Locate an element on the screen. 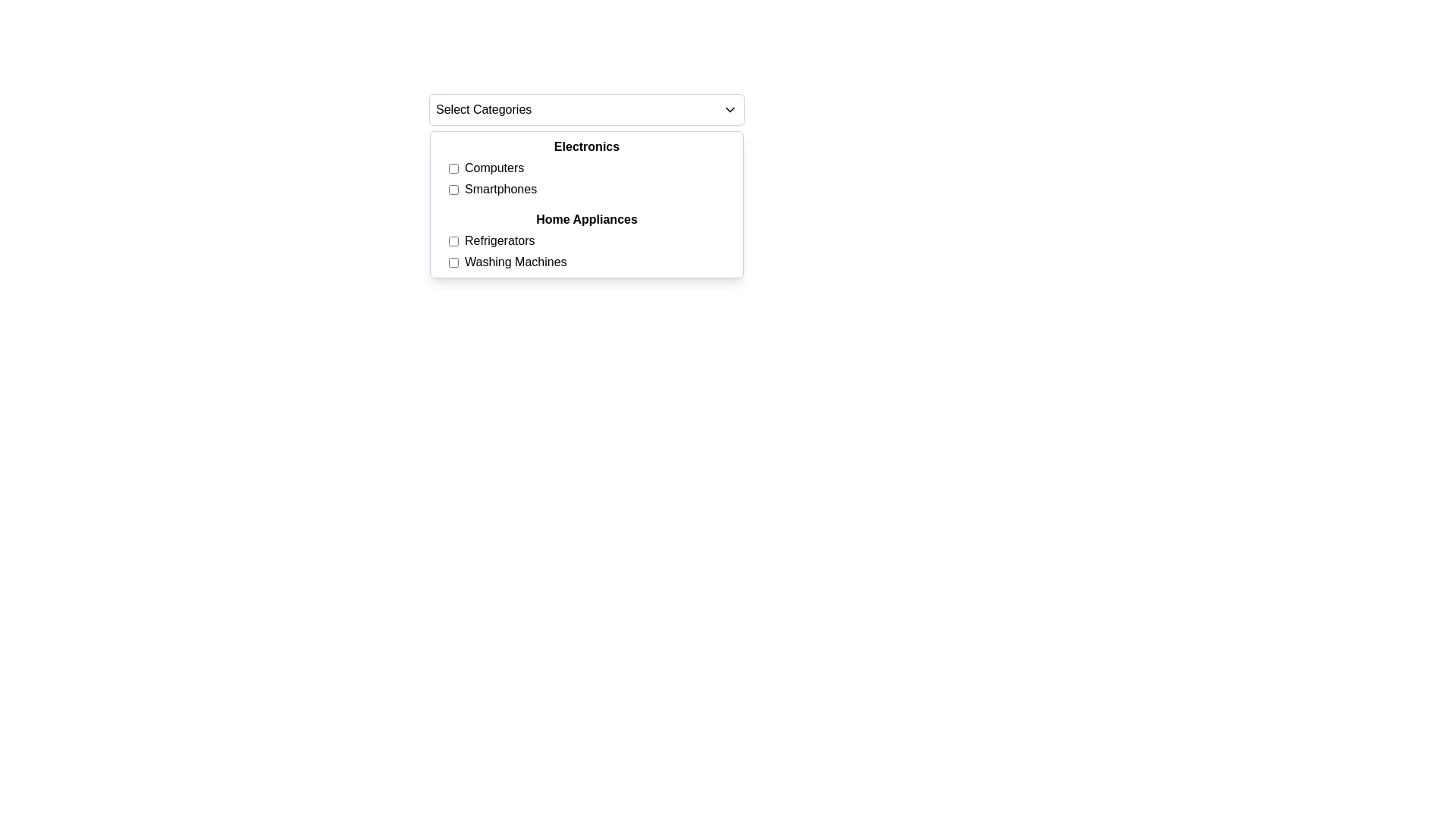 This screenshot has height=819, width=1456. the Chevron Down Indicator icon, which is located to the right of the 'Select Categories' button, to potentially trigger tooltip or style changes is located at coordinates (730, 109).